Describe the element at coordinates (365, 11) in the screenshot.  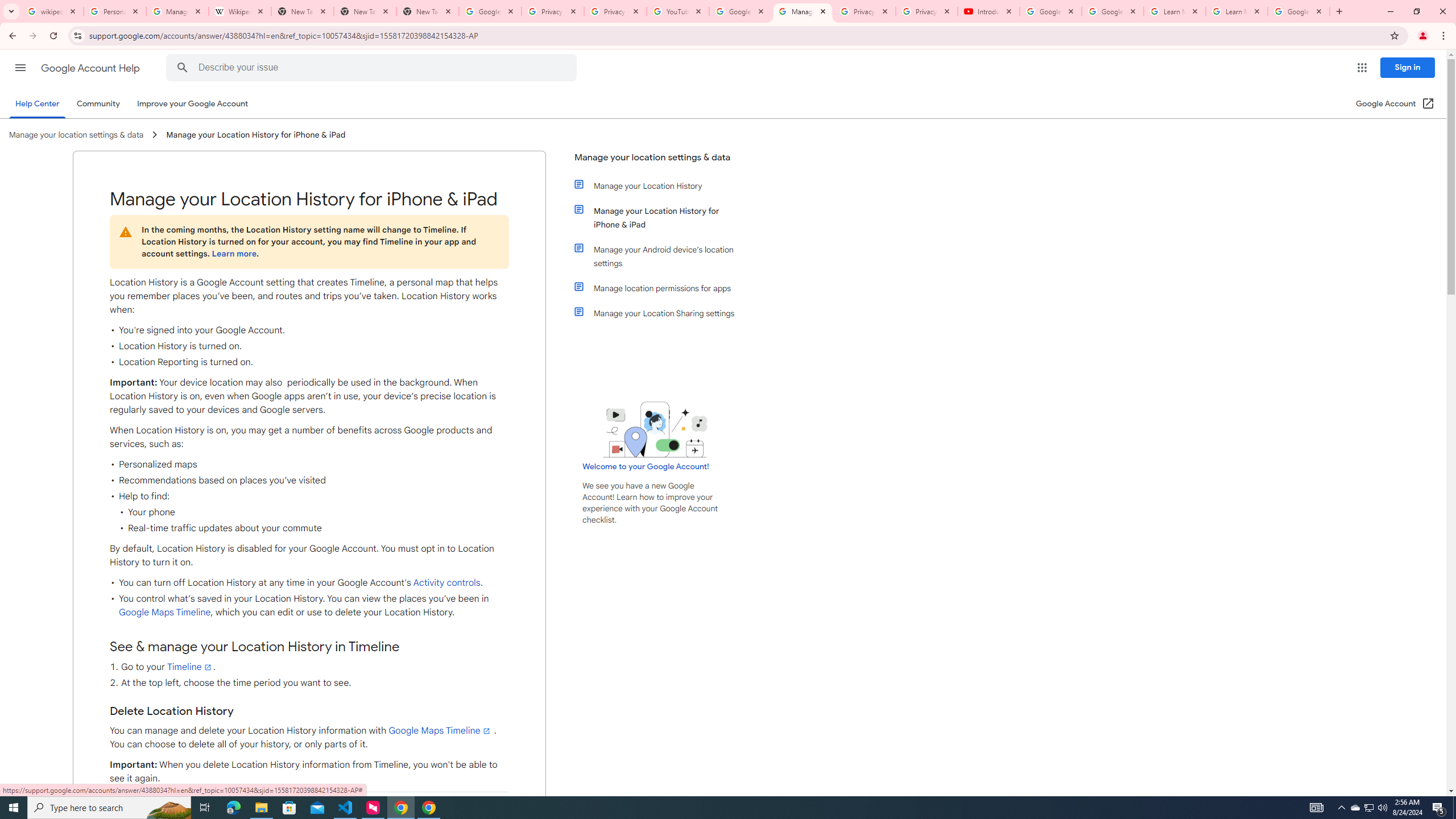
I see `'New Tab'` at that location.